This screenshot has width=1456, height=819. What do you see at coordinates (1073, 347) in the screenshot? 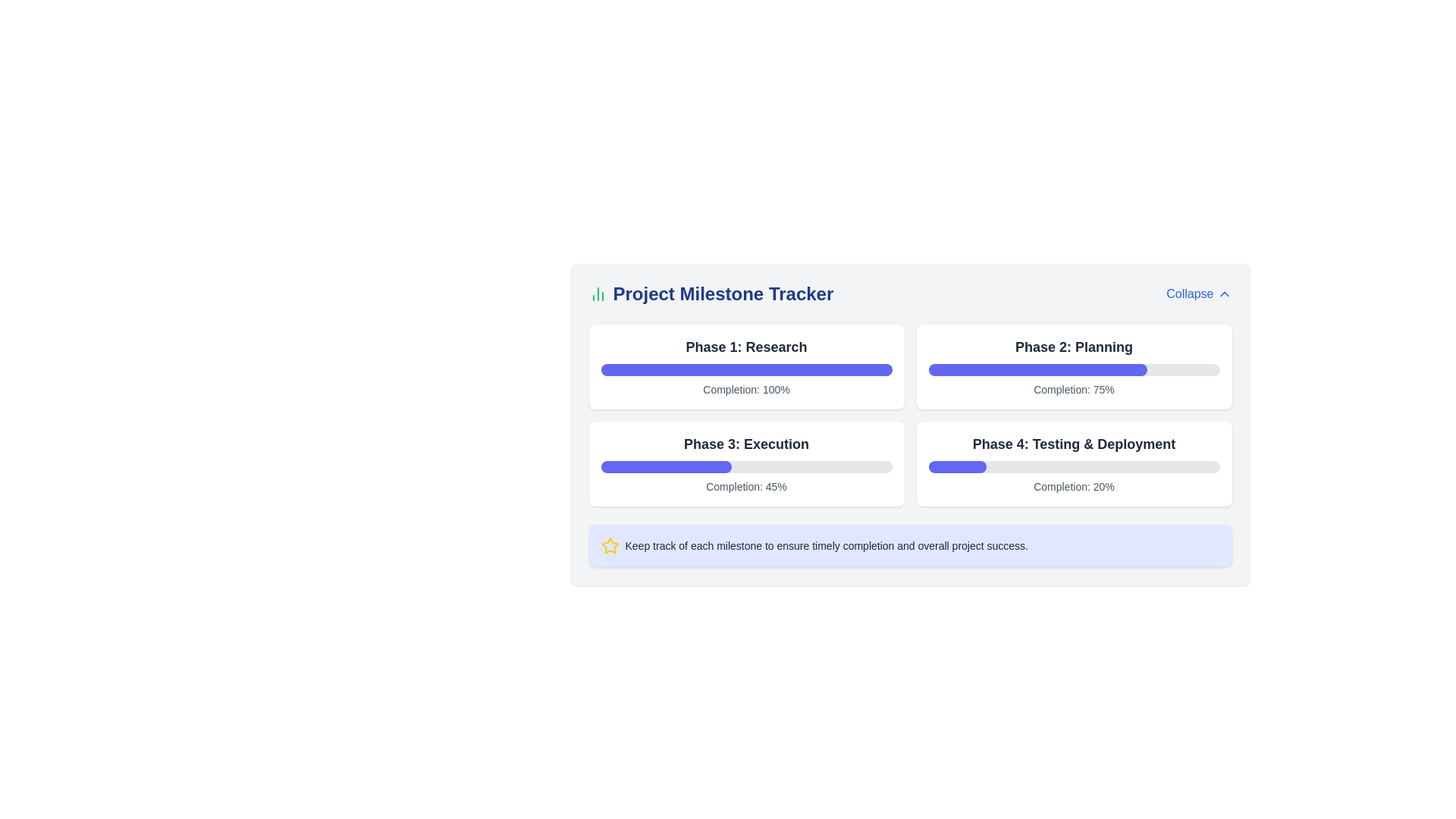
I see `the text label indicating the title for the 'Phase 2' section in the project tracker, which is positioned at the top-center of the 'Phase 2: Planning' section` at bounding box center [1073, 347].